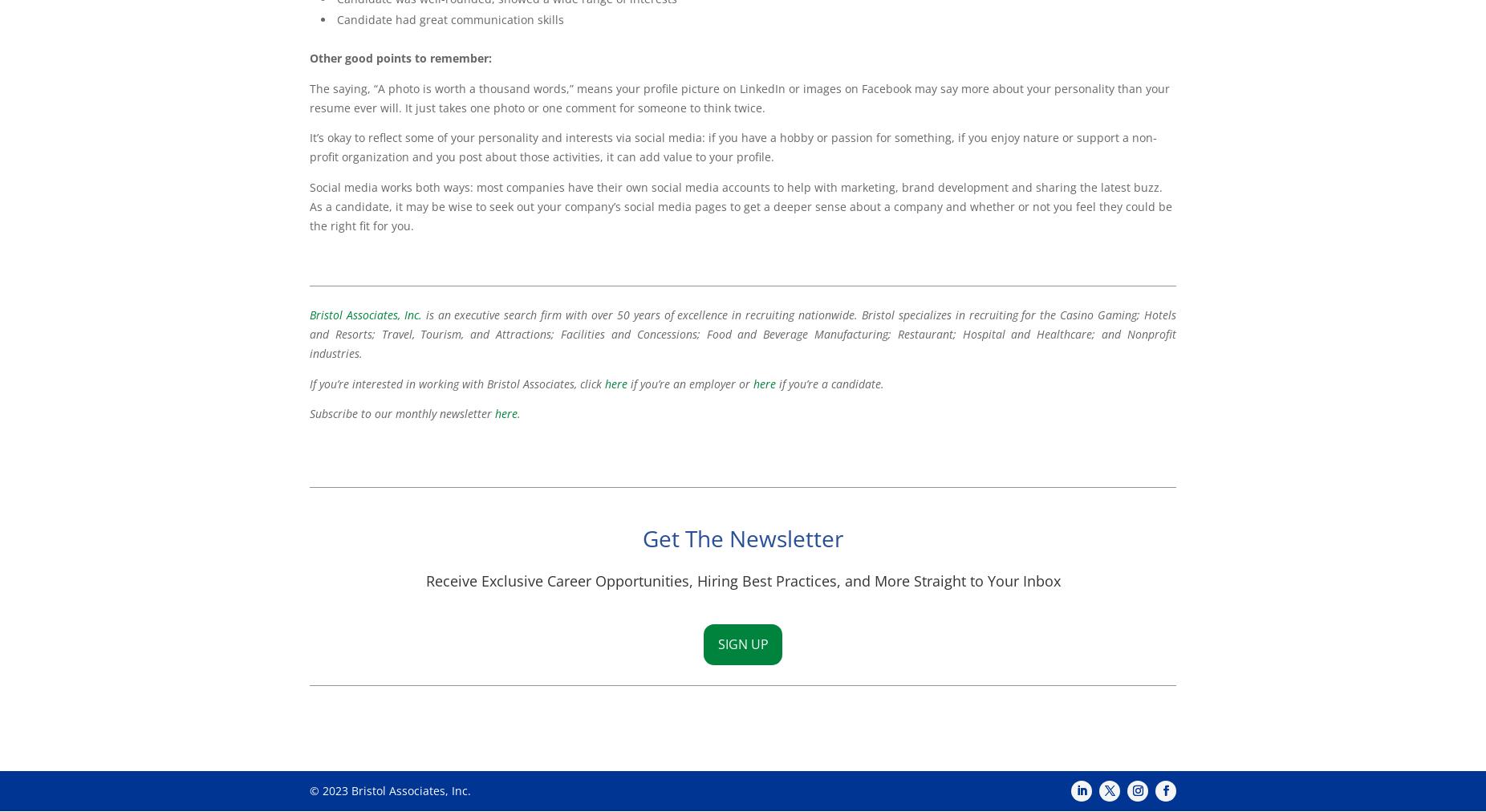 This screenshot has height=812, width=1486. What do you see at coordinates (717, 644) in the screenshot?
I see `'SIGN UP'` at bounding box center [717, 644].